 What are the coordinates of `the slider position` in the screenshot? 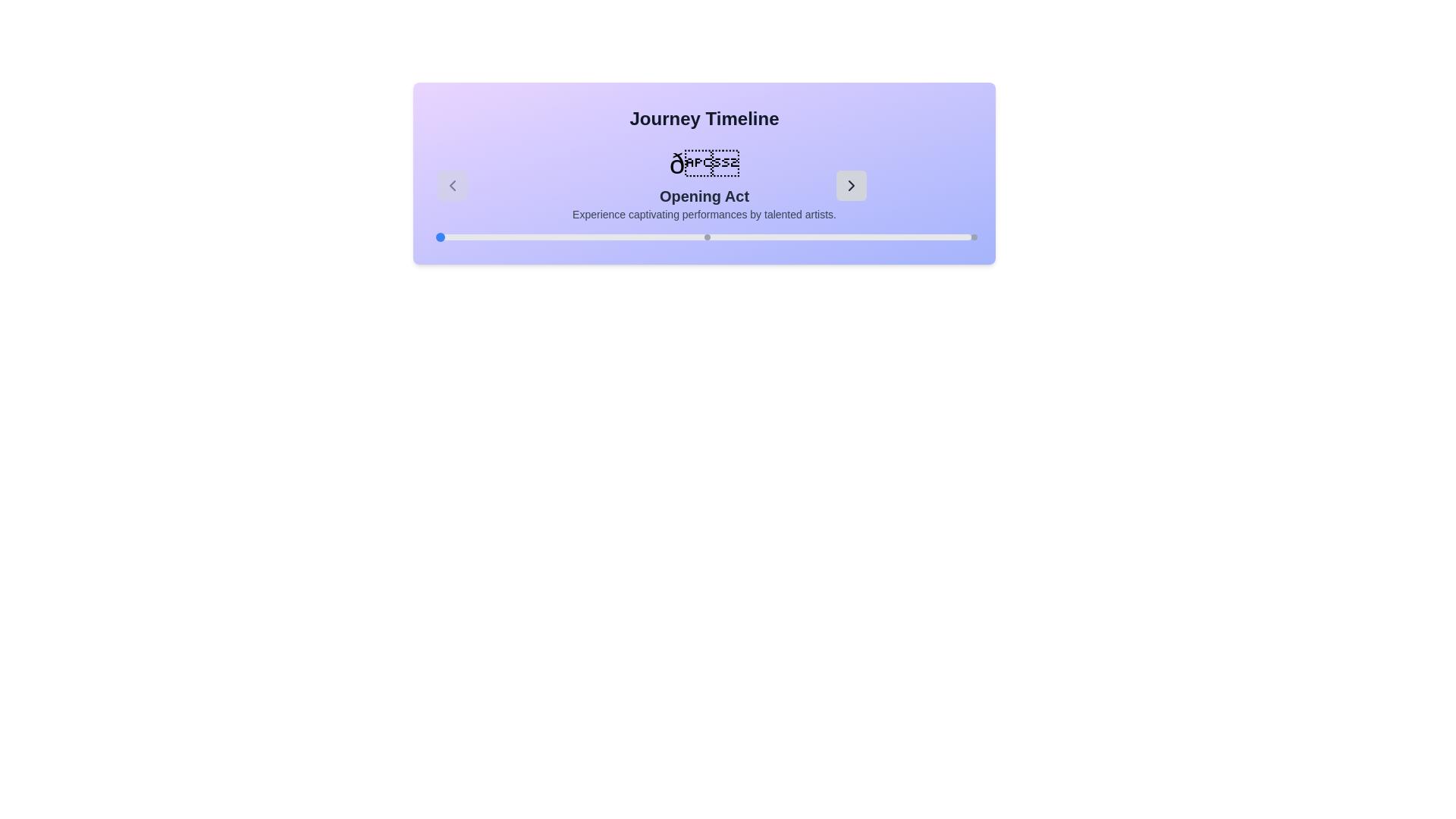 It's located at (891, 237).